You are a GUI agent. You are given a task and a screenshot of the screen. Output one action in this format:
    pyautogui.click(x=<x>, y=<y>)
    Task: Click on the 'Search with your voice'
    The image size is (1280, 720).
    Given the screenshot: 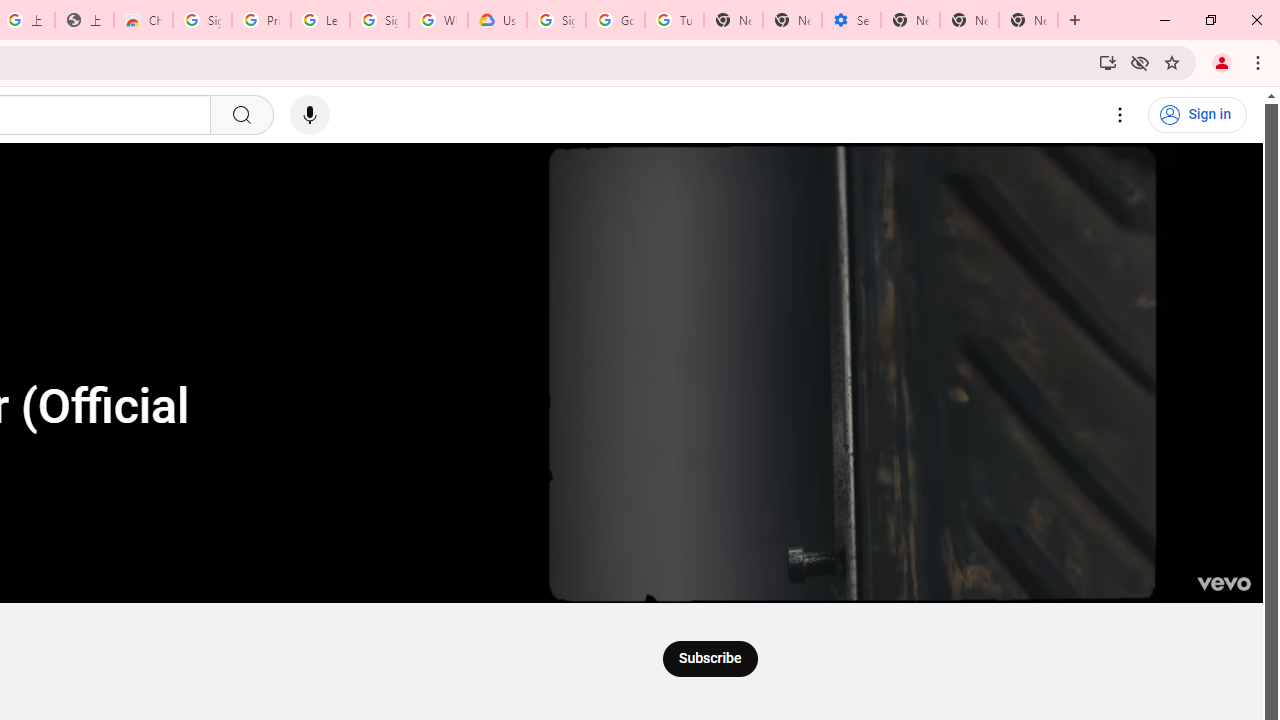 What is the action you would take?
    pyautogui.click(x=308, y=115)
    